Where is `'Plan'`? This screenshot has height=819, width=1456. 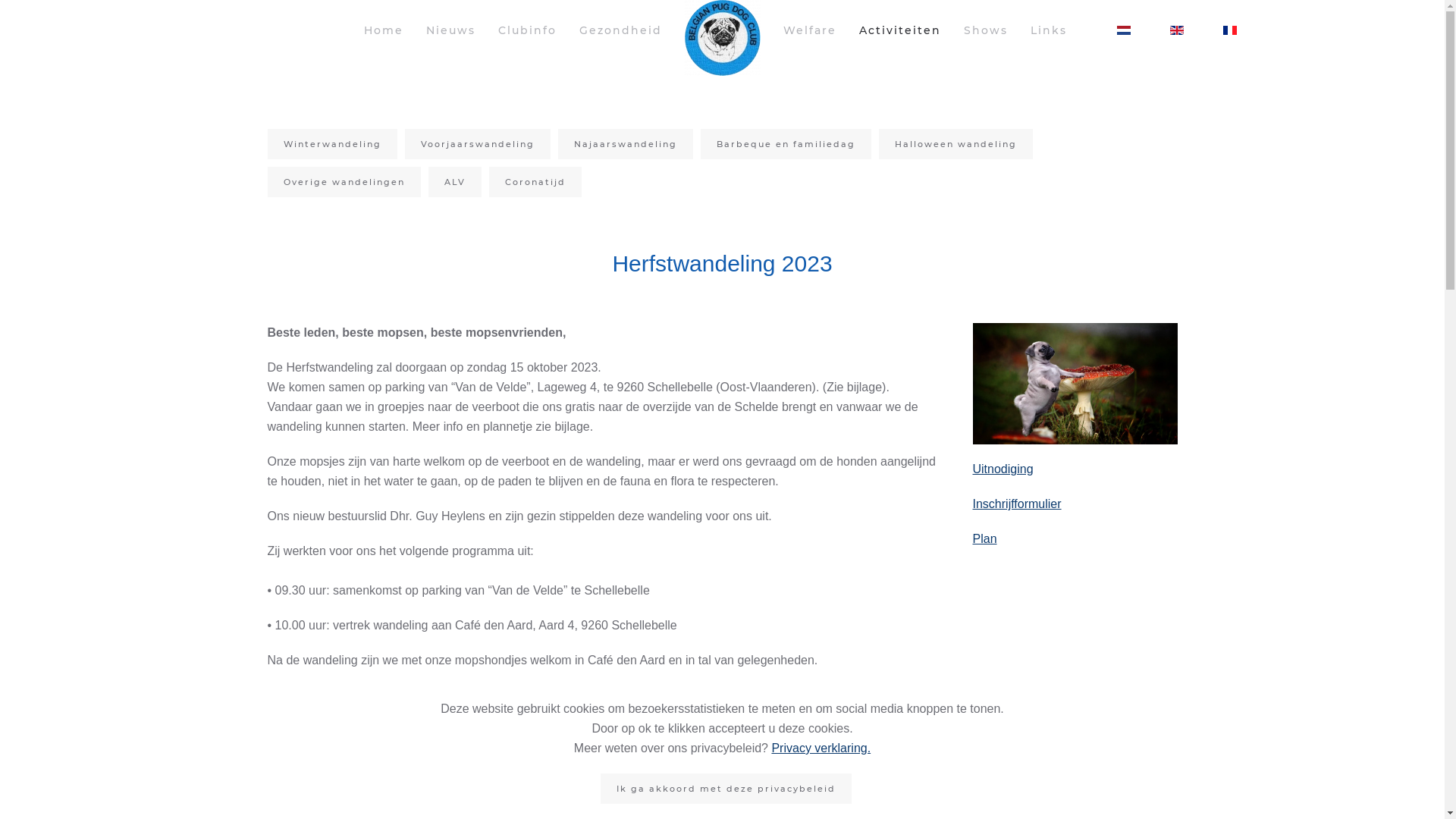
'Plan' is located at coordinates (984, 538).